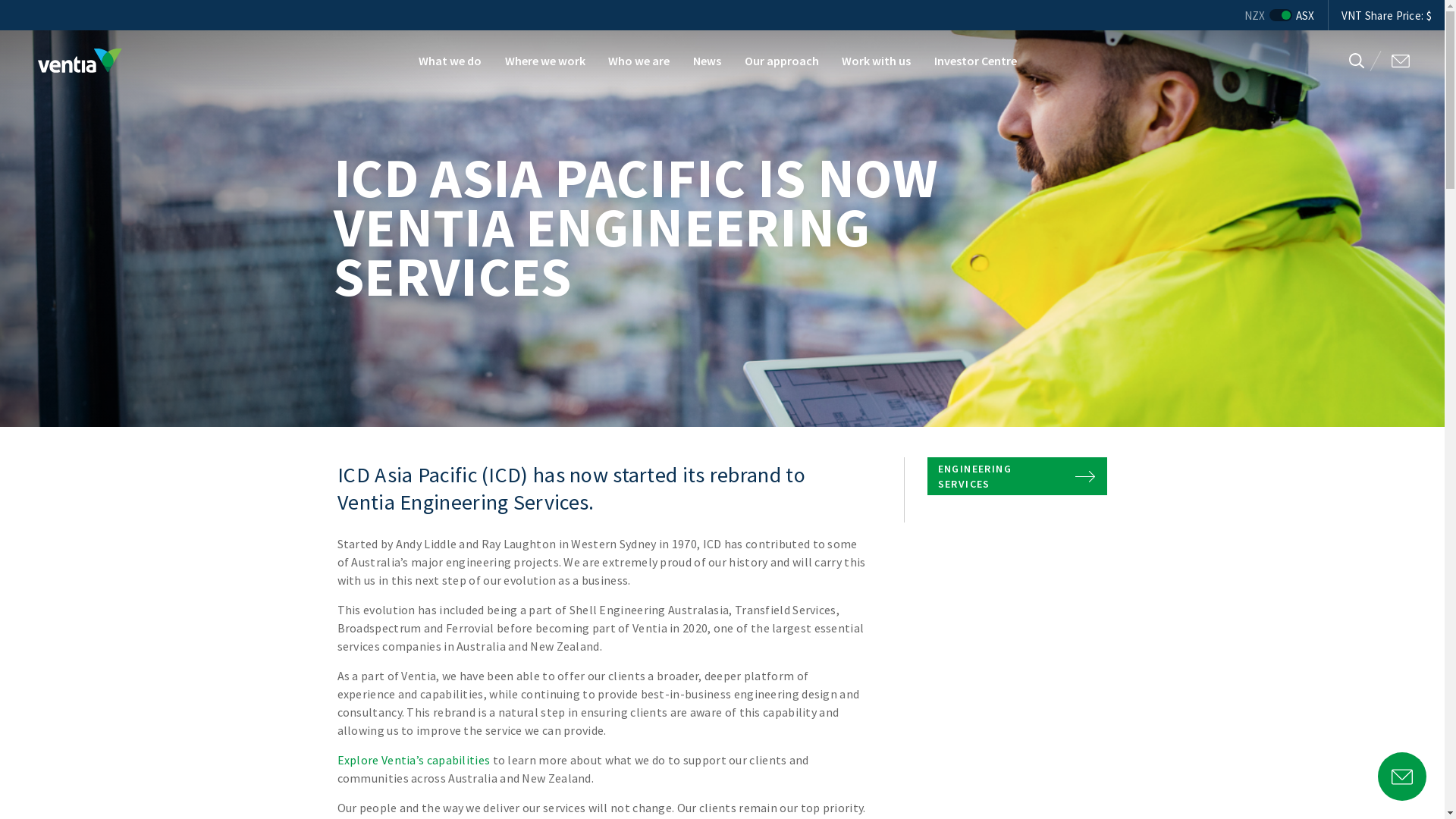 The image size is (1456, 819). I want to click on 'Ventia', so click(79, 60).